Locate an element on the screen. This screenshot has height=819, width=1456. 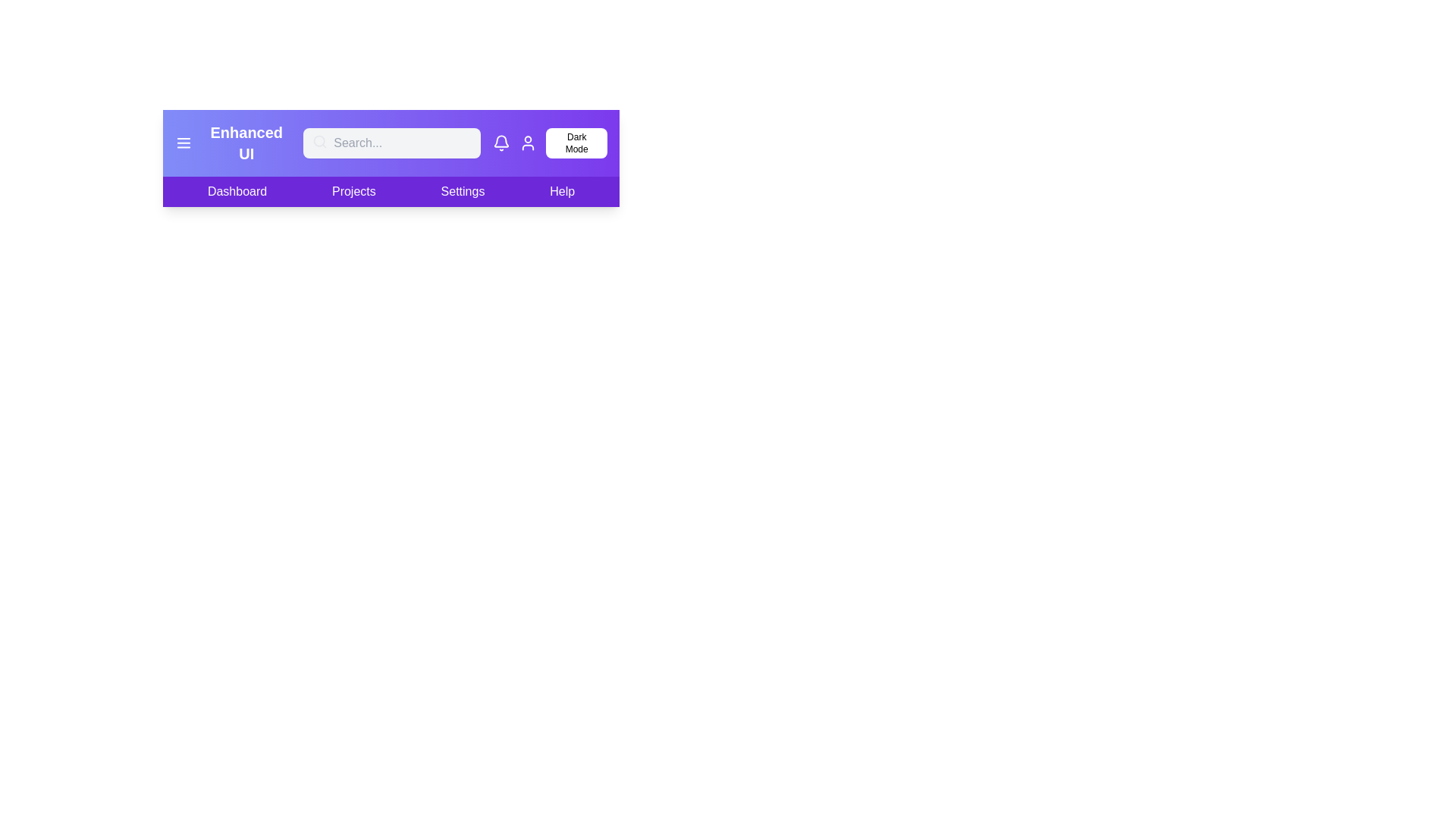
the 'Projects' menu item to navigate to the 'Projects' section is located at coordinates (352, 191).